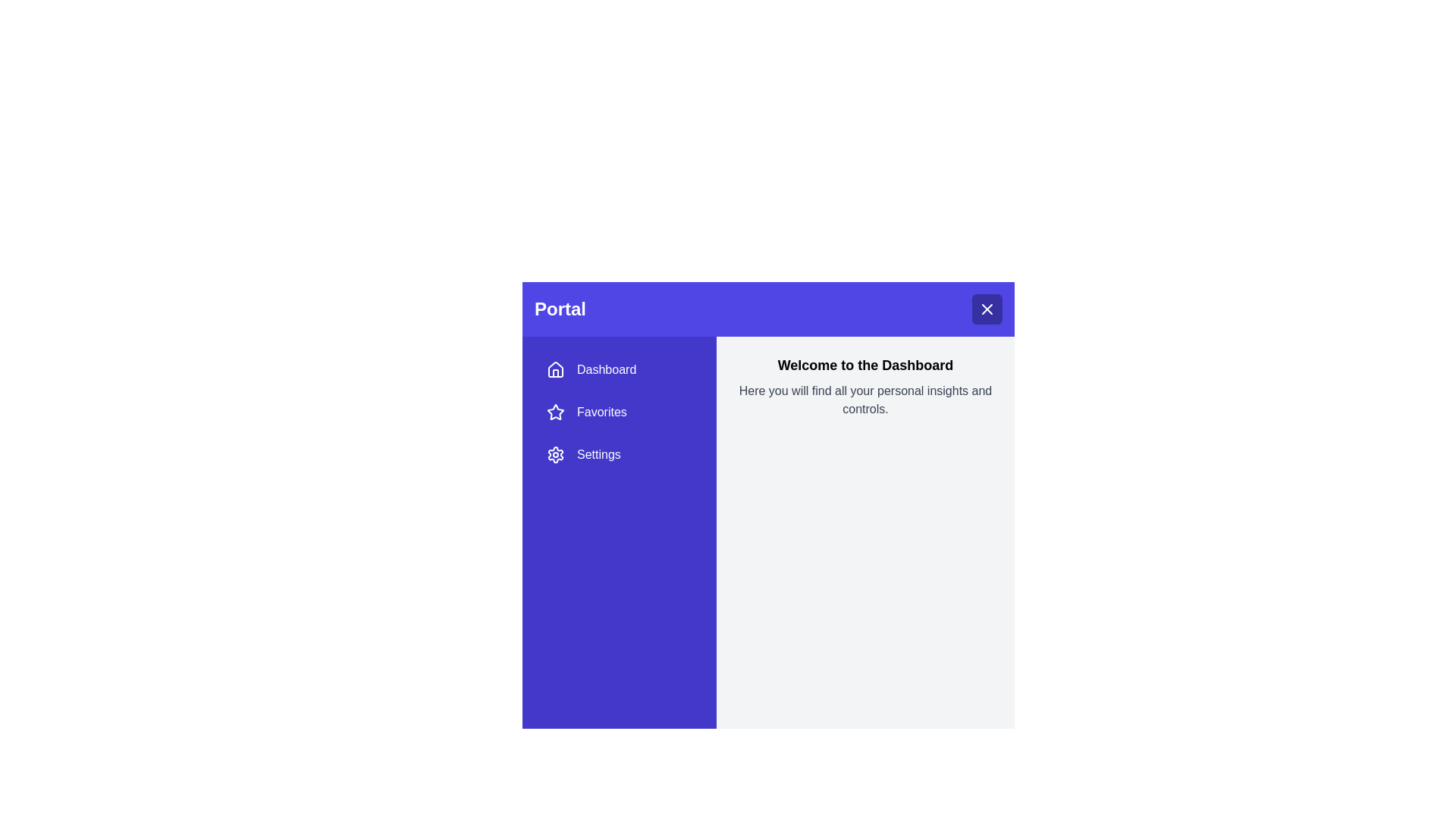 The height and width of the screenshot is (819, 1456). Describe the element at coordinates (619, 412) in the screenshot. I see `the 'Favorites' button located in the sidebar, directly below the 'Dashboard' item` at that location.